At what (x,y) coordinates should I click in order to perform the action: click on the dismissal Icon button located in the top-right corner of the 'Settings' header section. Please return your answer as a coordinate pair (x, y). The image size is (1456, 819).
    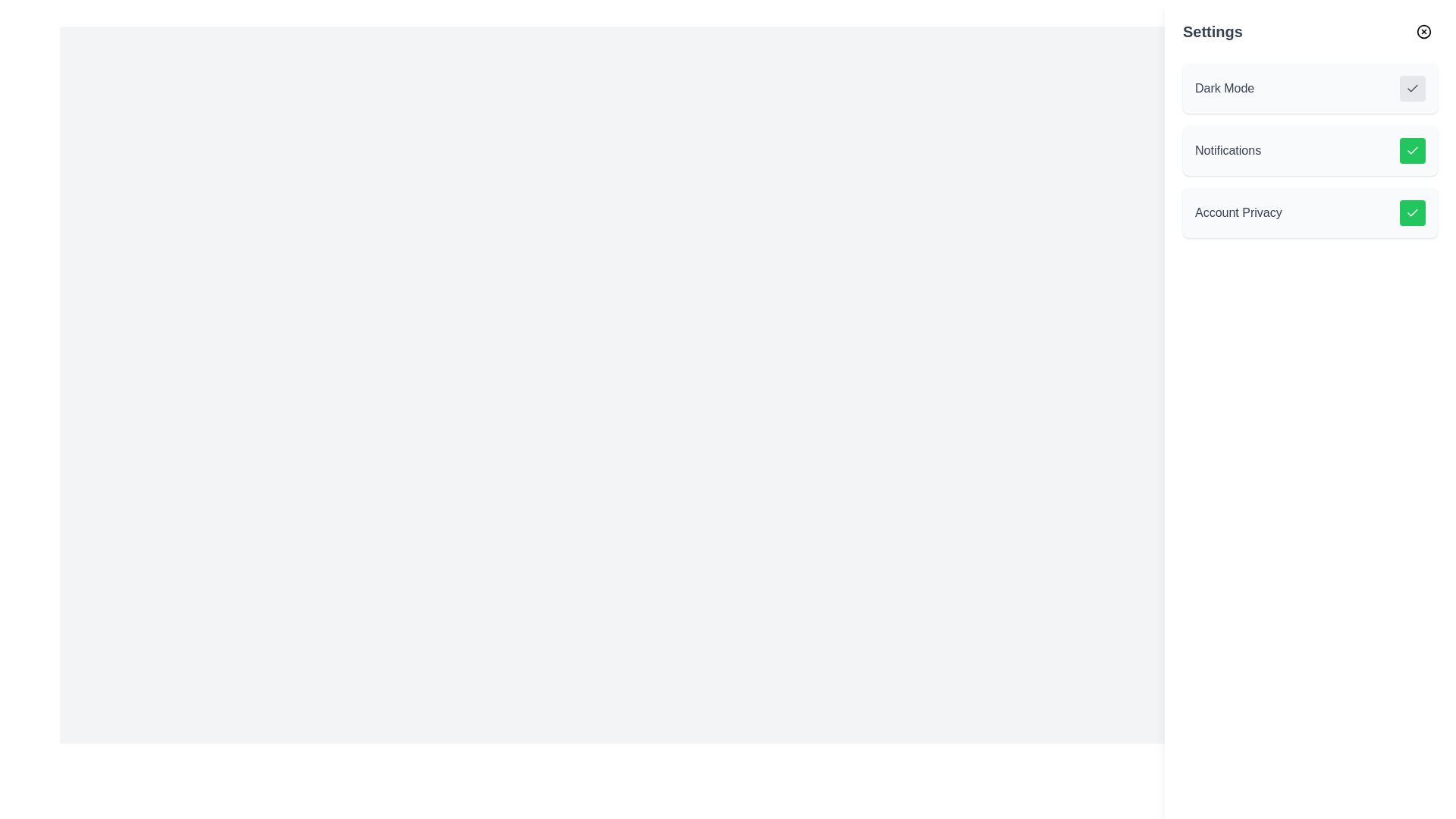
    Looking at the image, I should click on (1423, 32).